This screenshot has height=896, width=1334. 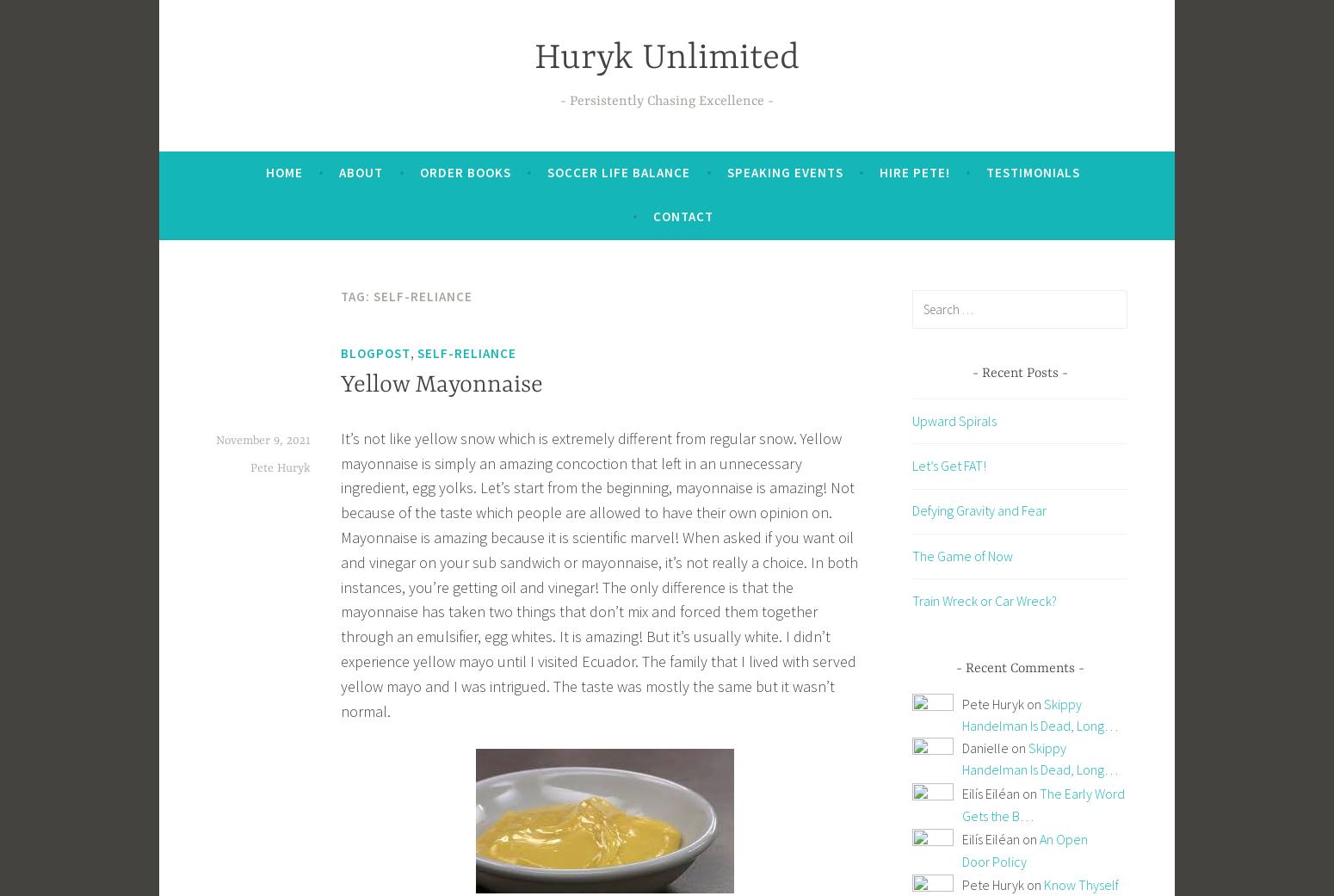 I want to click on 'Danielle on', so click(x=994, y=745).